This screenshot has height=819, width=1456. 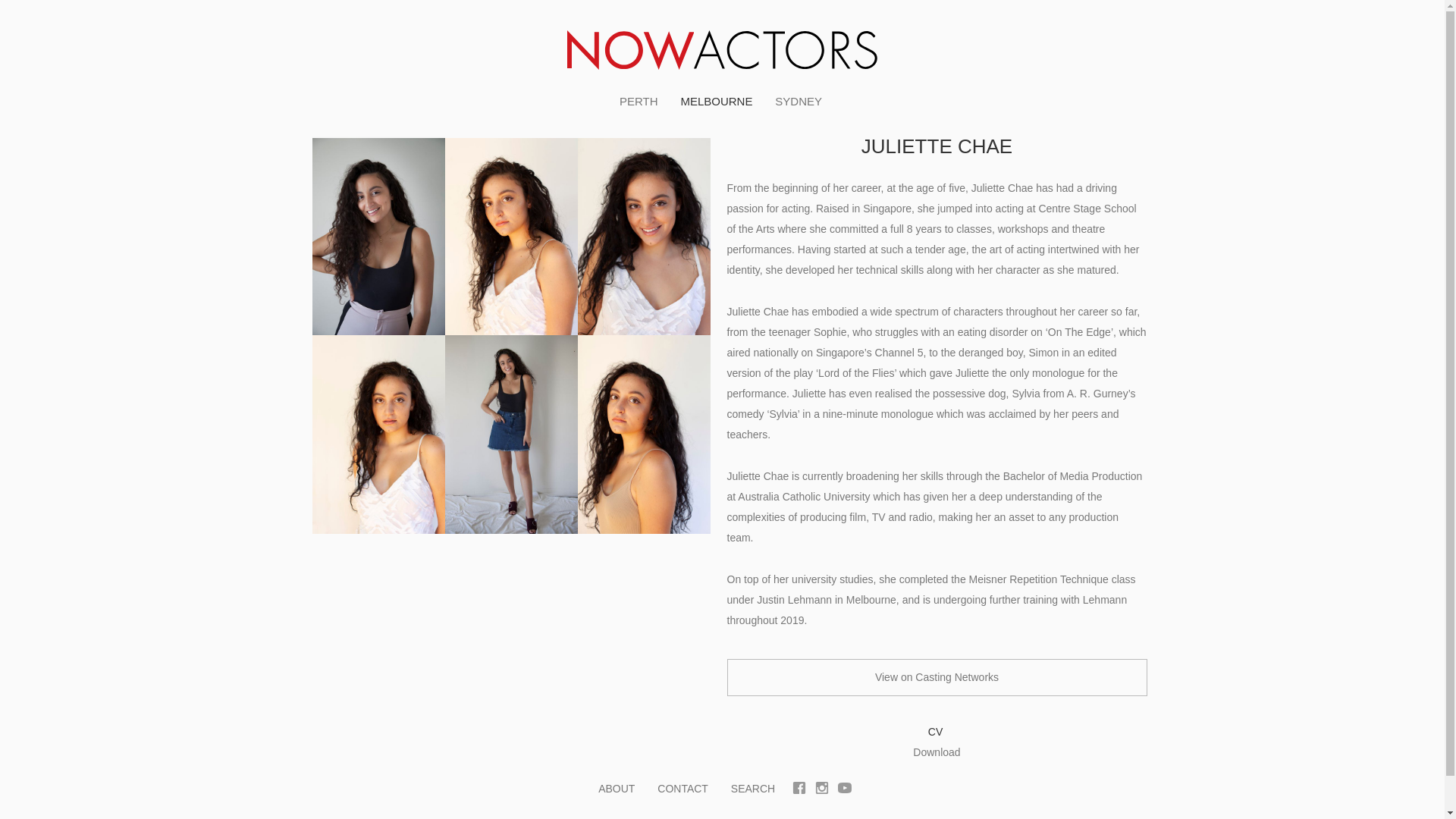 What do you see at coordinates (715, 101) in the screenshot?
I see `'MELBOURNE'` at bounding box center [715, 101].